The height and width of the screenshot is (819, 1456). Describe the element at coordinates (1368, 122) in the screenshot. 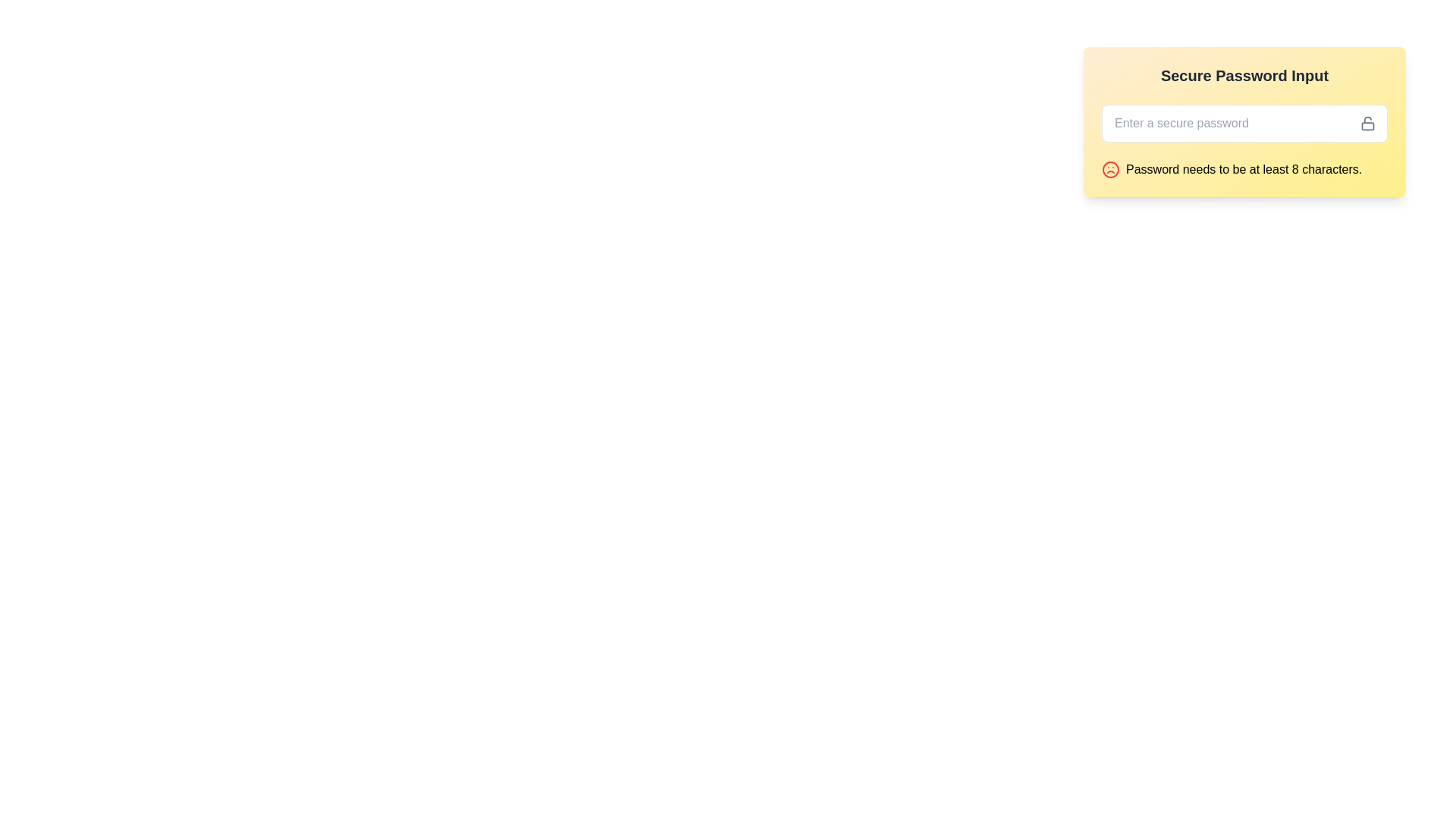

I see `the open lock icon, which is styled with gray color and thin lines, located inside a yellow rectangular box to the right of the 'Secure Password Input' field` at that location.